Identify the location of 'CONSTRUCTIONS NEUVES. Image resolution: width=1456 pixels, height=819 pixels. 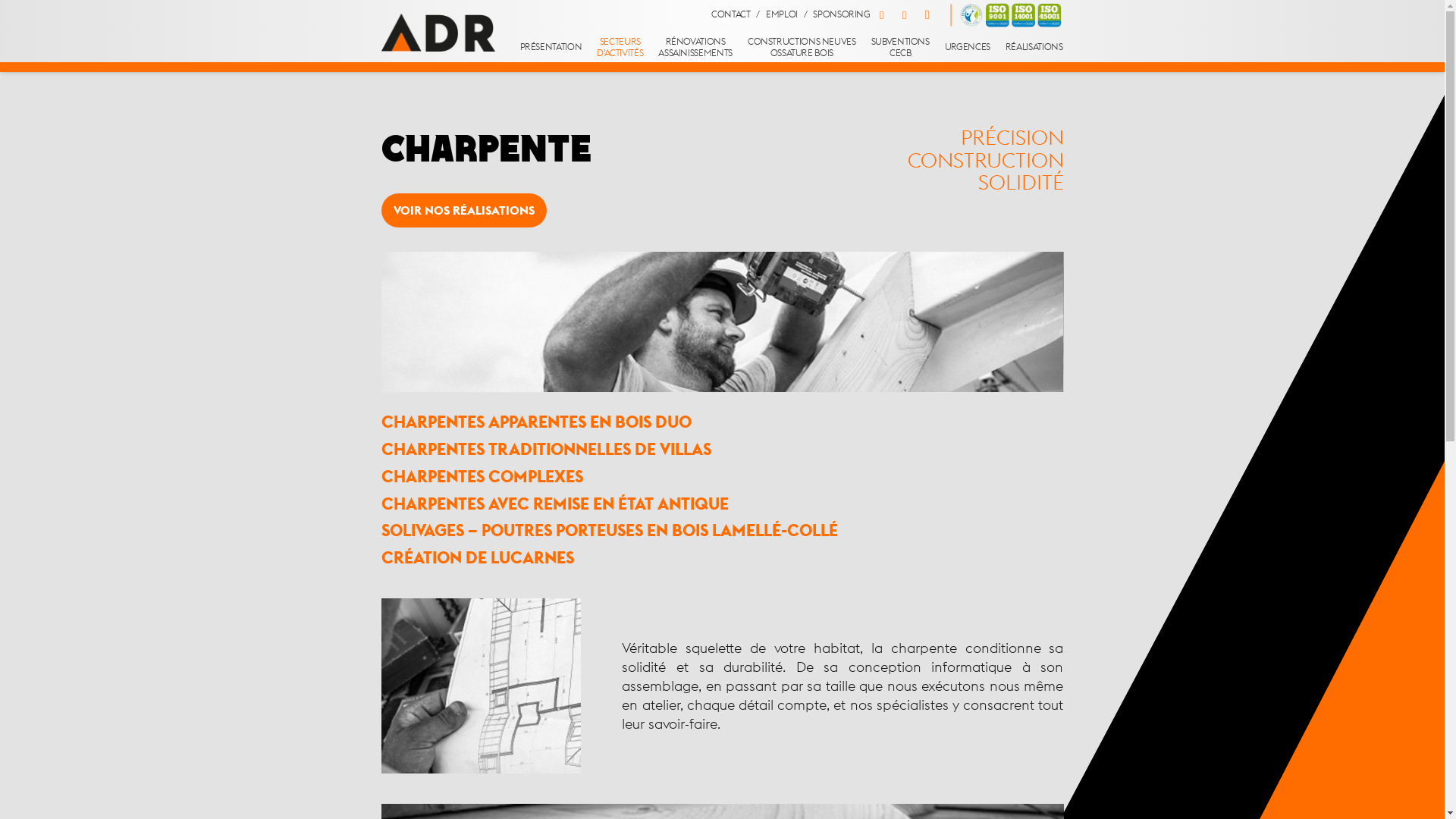
(739, 46).